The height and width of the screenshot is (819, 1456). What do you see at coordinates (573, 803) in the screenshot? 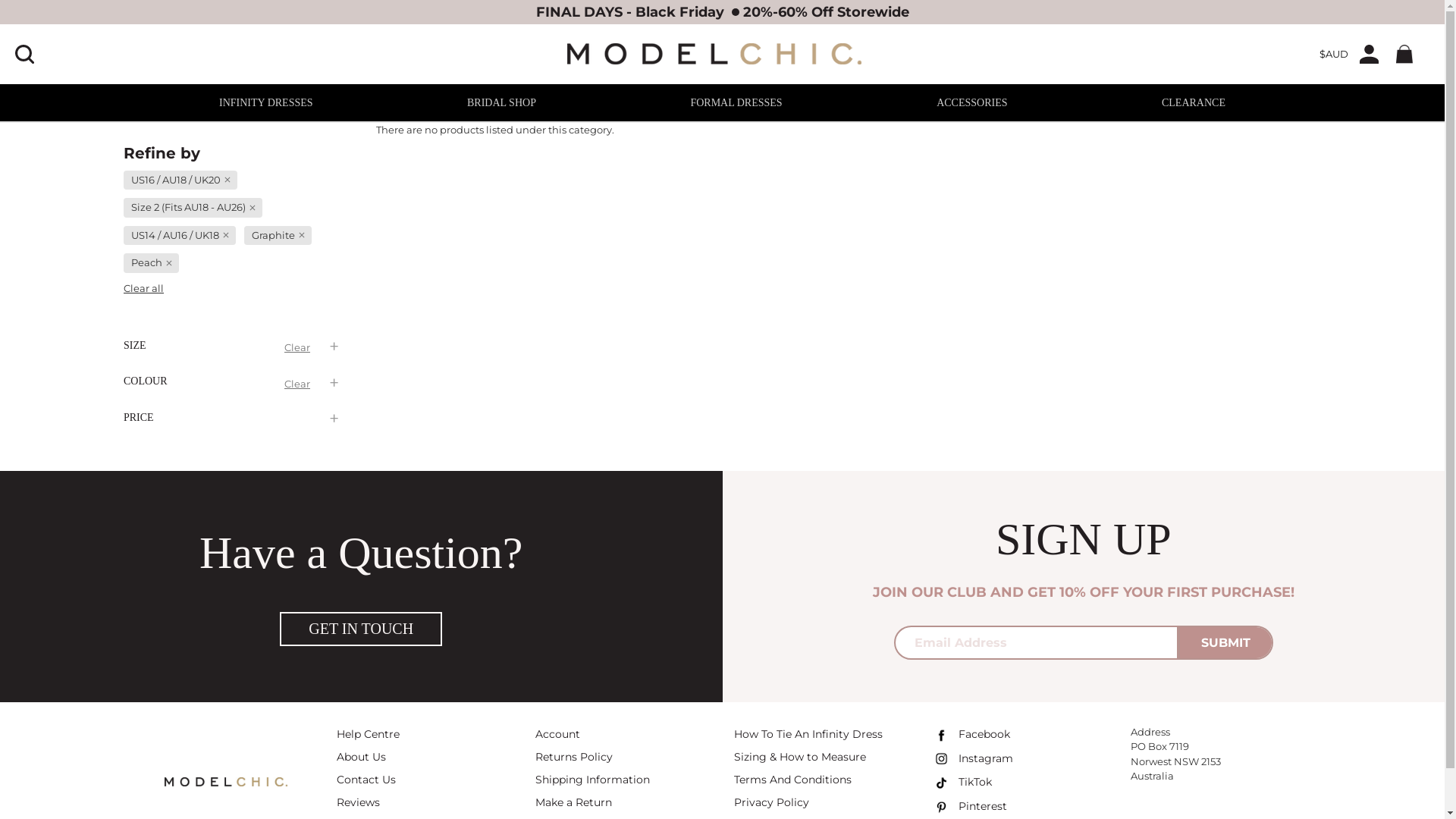
I see `'Make a Return'` at bounding box center [573, 803].